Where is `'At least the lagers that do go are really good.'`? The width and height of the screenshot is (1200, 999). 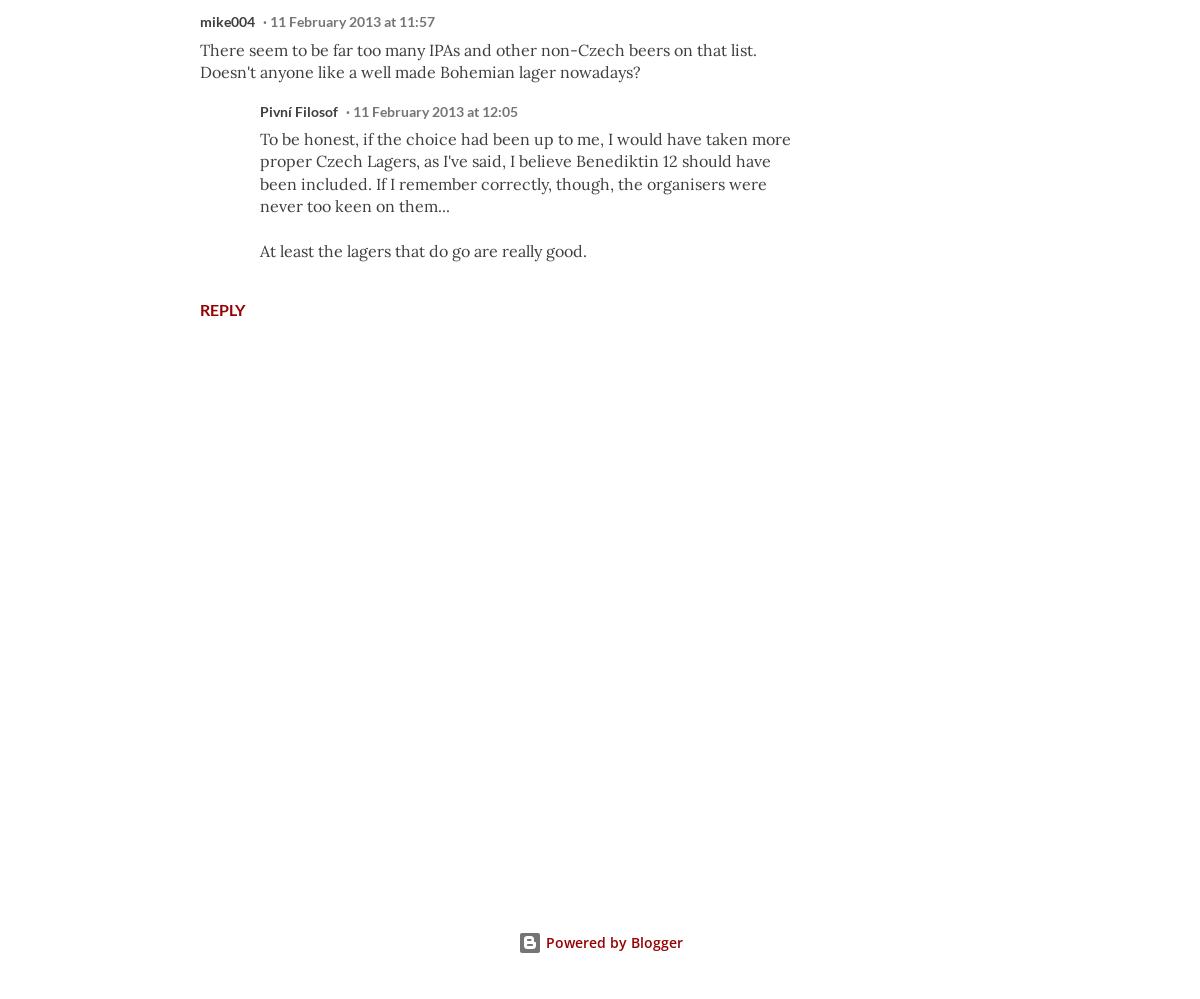
'At least the lagers that do go are really good.' is located at coordinates (259, 250).